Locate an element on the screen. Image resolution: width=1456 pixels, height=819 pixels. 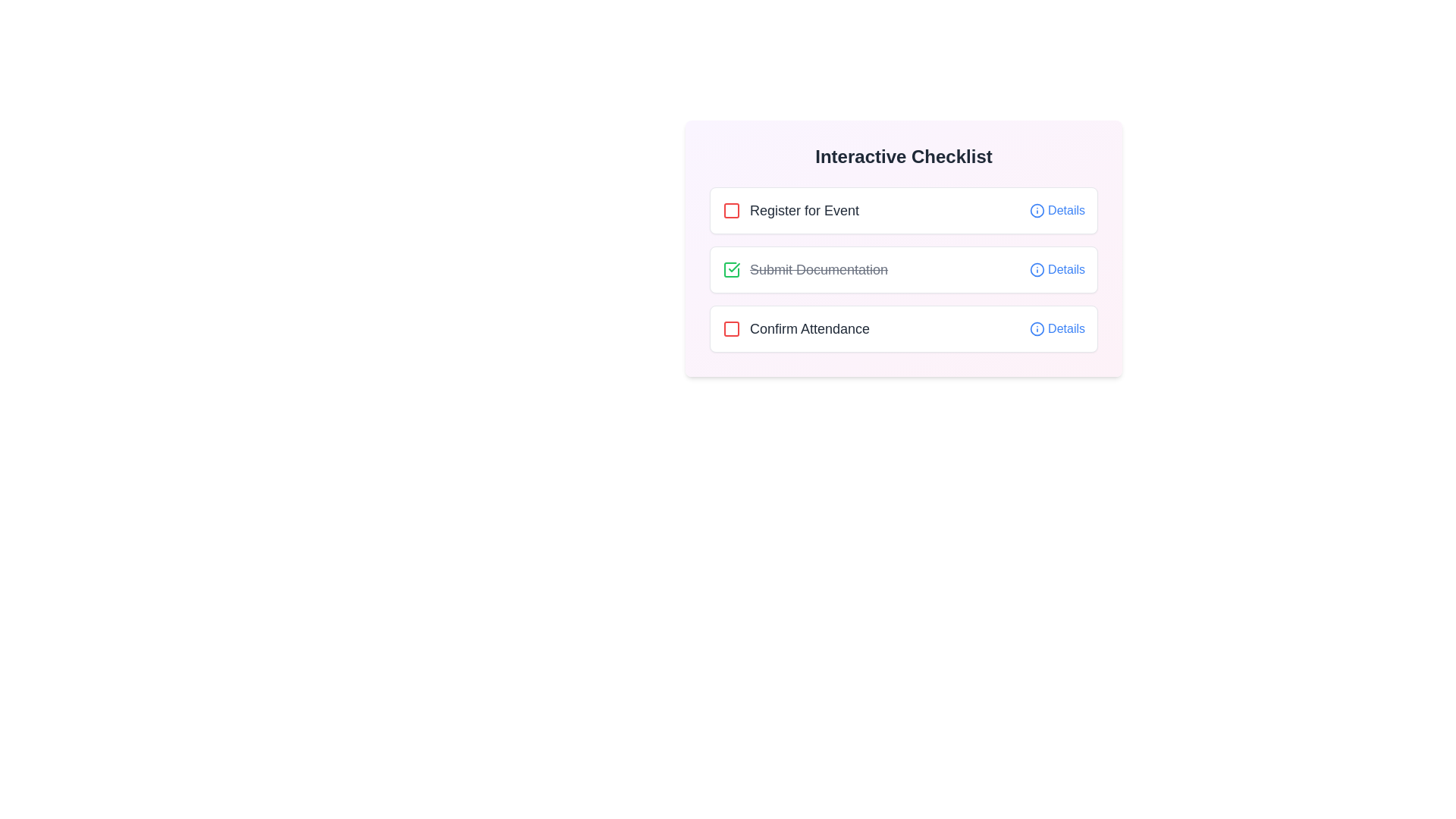
the blue, underlined hyperlink text labeled 'Details' located to the right of the 'Confirm Attendance' text in the third row of the interactive checklist component is located at coordinates (1065, 328).